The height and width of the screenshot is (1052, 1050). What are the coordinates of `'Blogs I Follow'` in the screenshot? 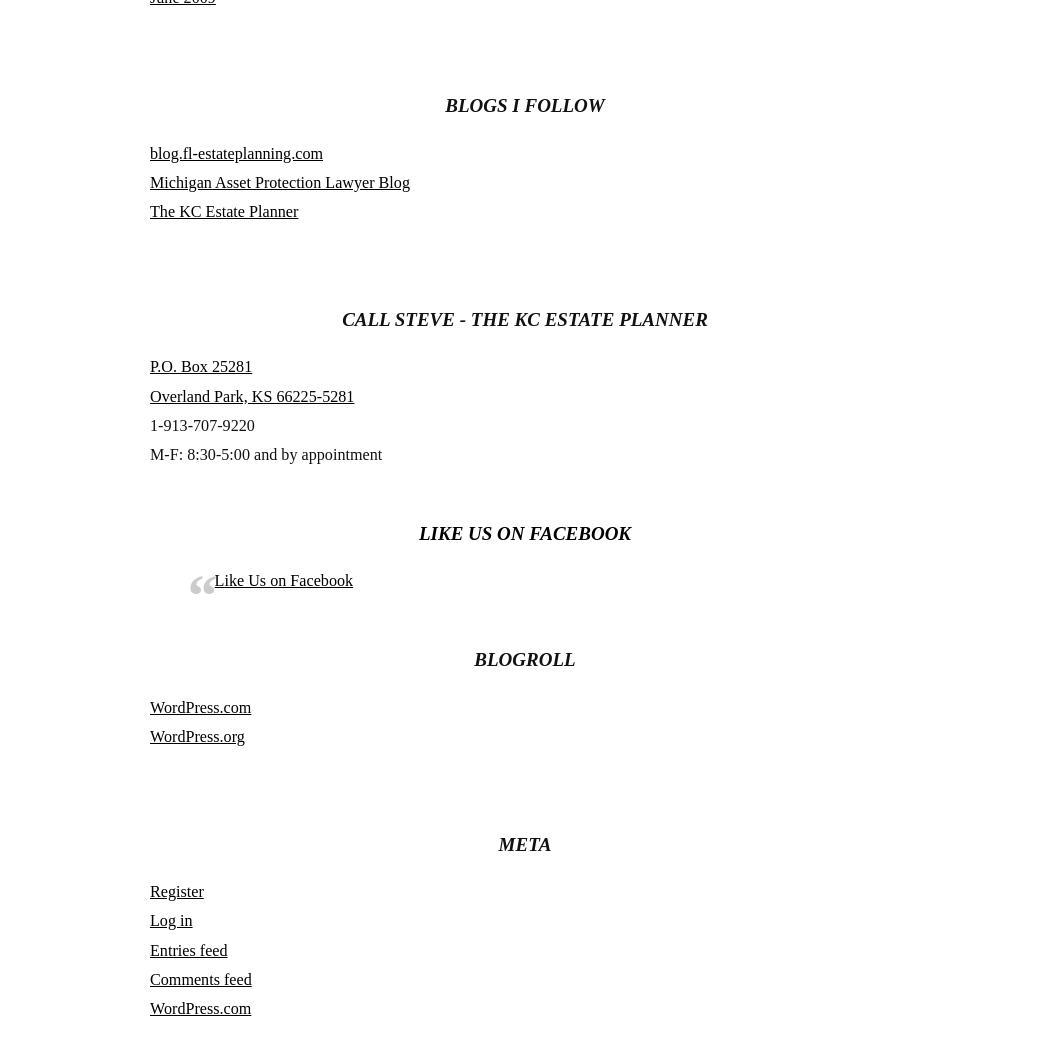 It's located at (523, 105).